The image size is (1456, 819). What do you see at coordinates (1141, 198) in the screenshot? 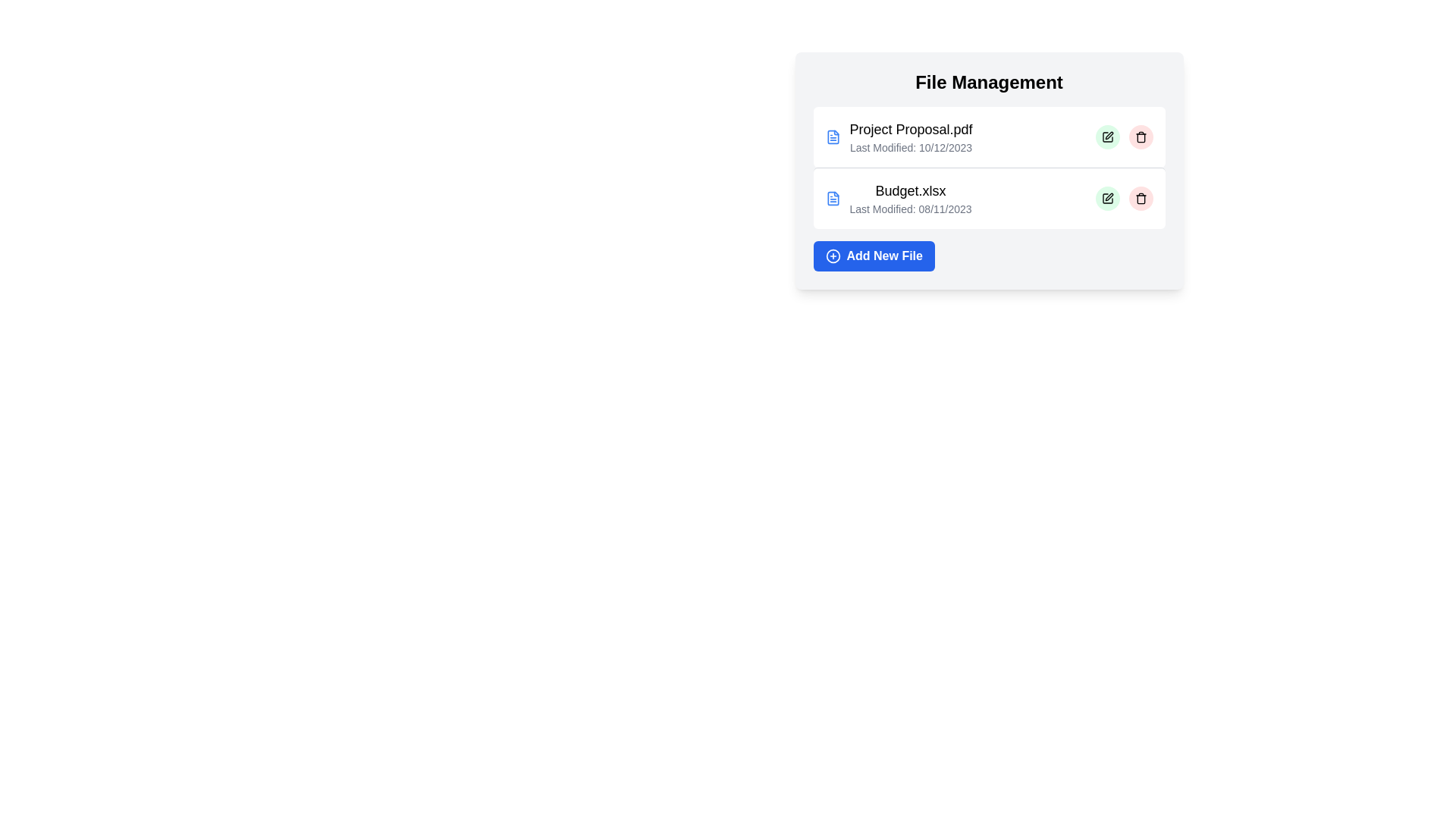
I see `the delete button for the file named Budget.xlsx` at bounding box center [1141, 198].